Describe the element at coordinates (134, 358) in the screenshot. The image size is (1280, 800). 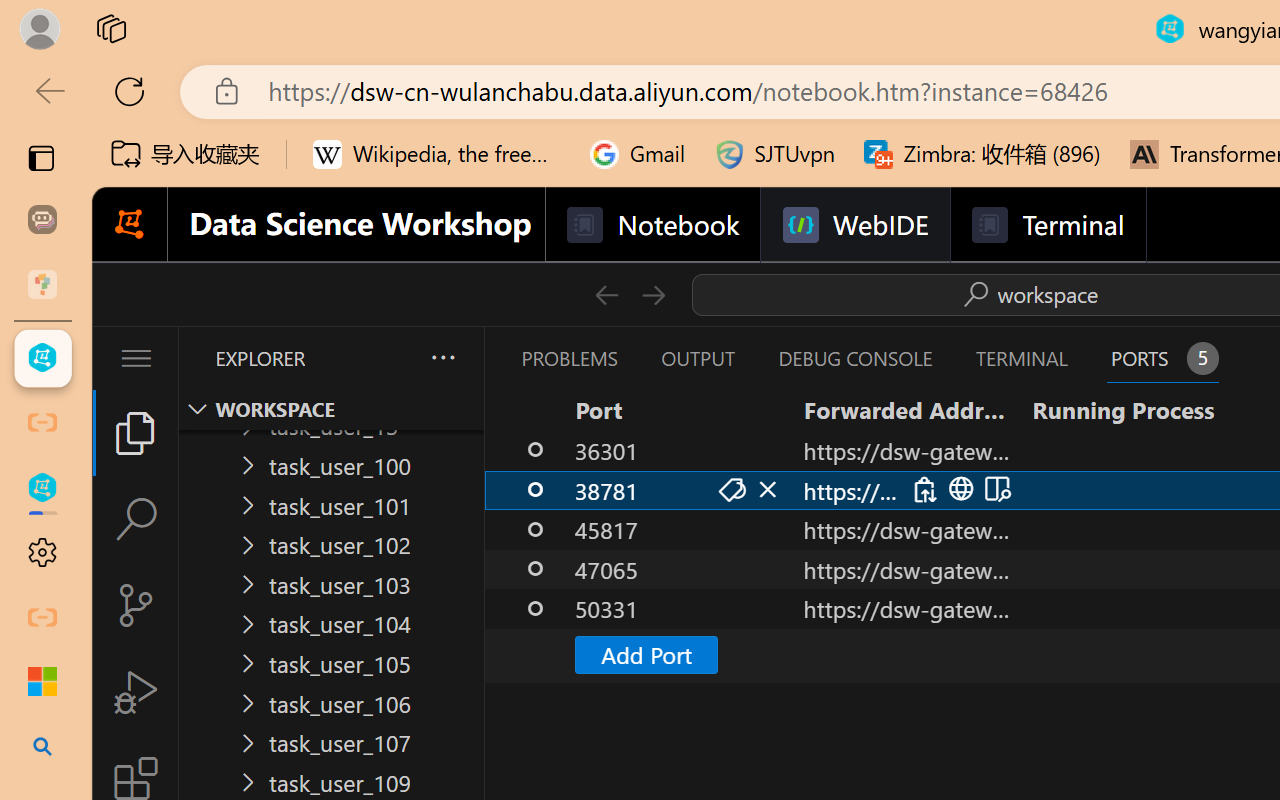
I see `'Class: menubar compact overflow-menu-only'` at that location.